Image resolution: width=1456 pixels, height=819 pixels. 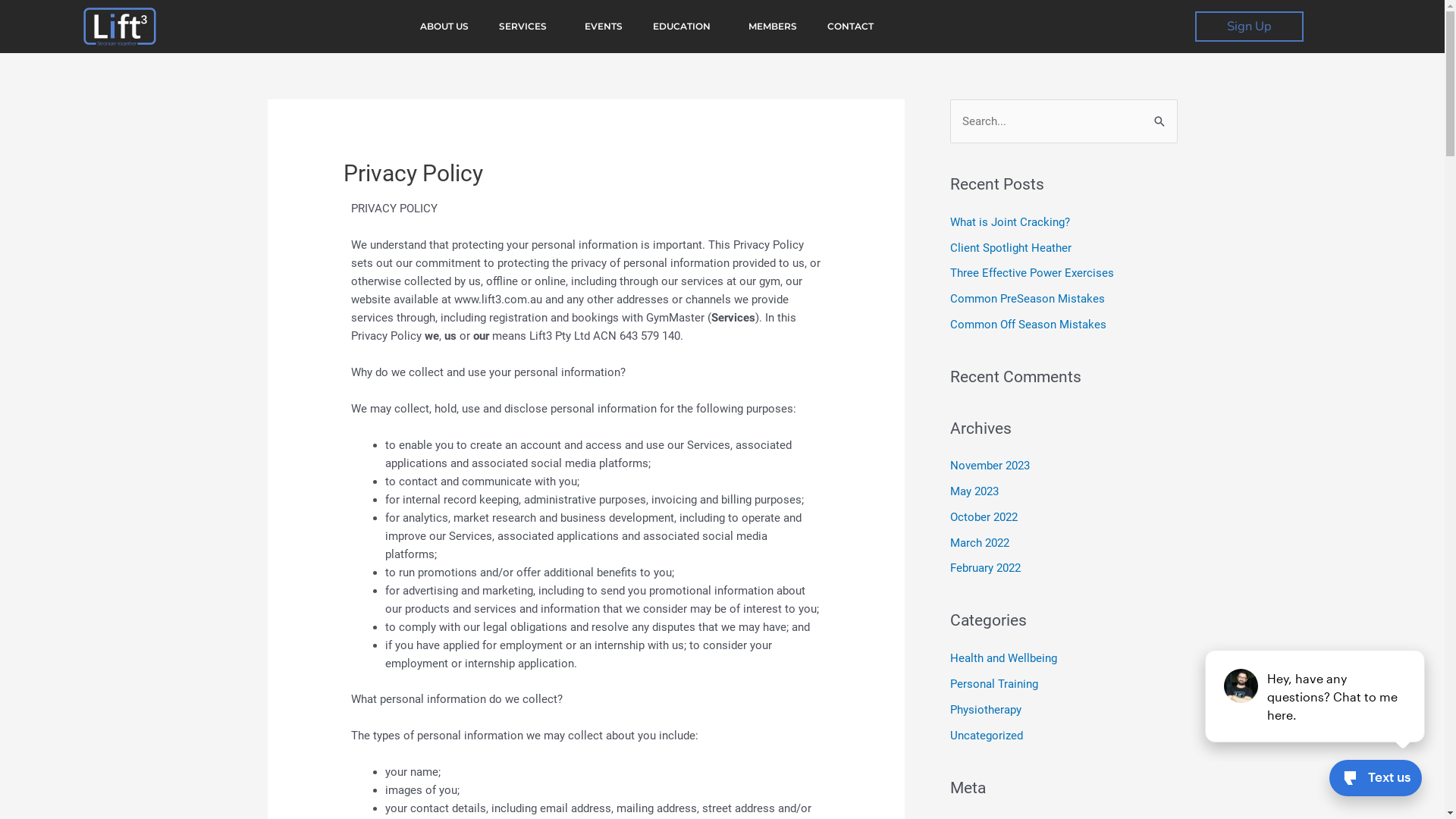 What do you see at coordinates (949, 271) in the screenshot?
I see `'Three Effective Power Exercises'` at bounding box center [949, 271].